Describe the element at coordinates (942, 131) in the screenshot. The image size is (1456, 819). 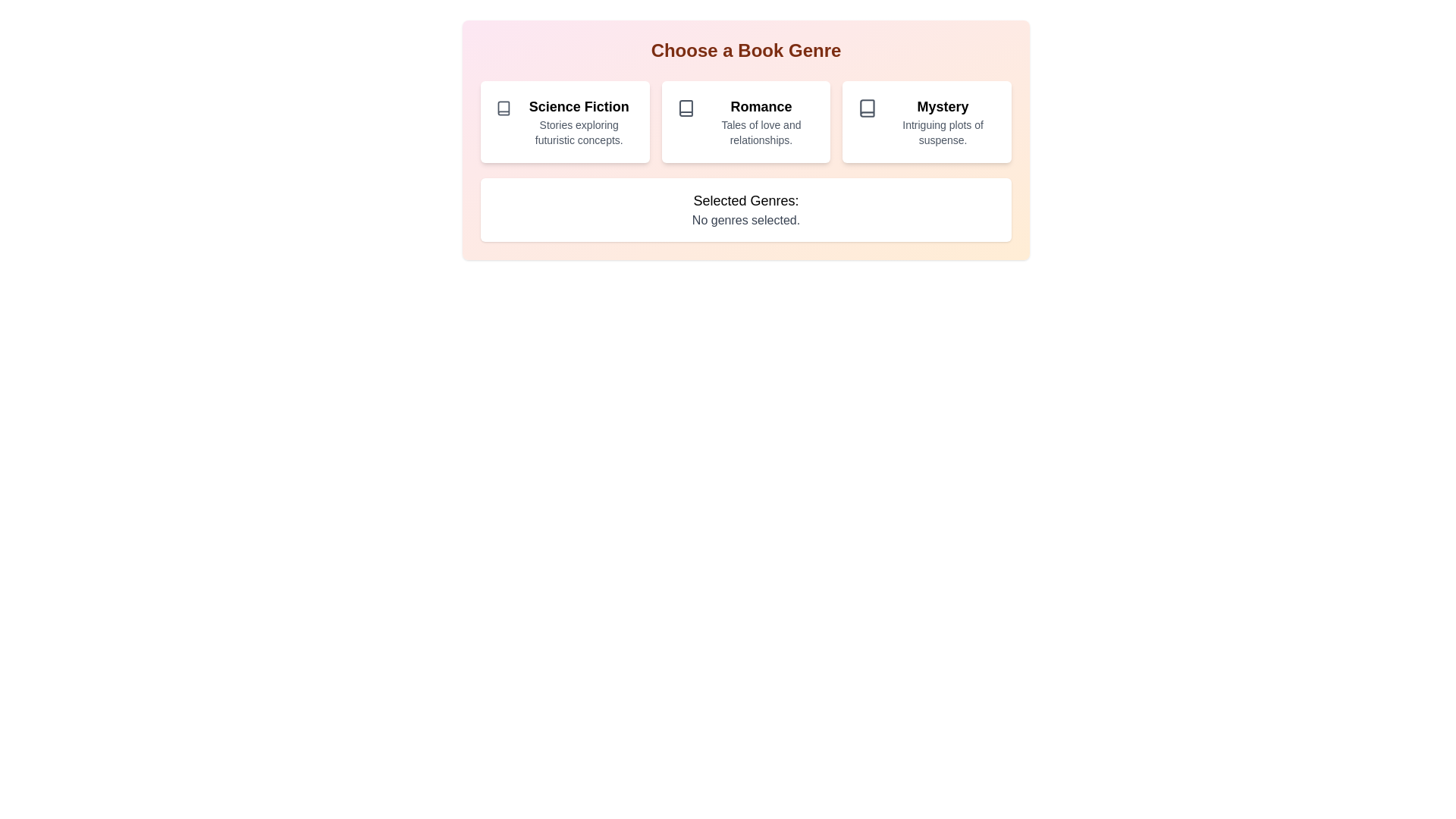
I see `the Text label that reads 'Intriguing plots of suspense.' styled in small gray font, located below the title 'Mystery' within a white rectangular card in the third column of three cards` at that location.